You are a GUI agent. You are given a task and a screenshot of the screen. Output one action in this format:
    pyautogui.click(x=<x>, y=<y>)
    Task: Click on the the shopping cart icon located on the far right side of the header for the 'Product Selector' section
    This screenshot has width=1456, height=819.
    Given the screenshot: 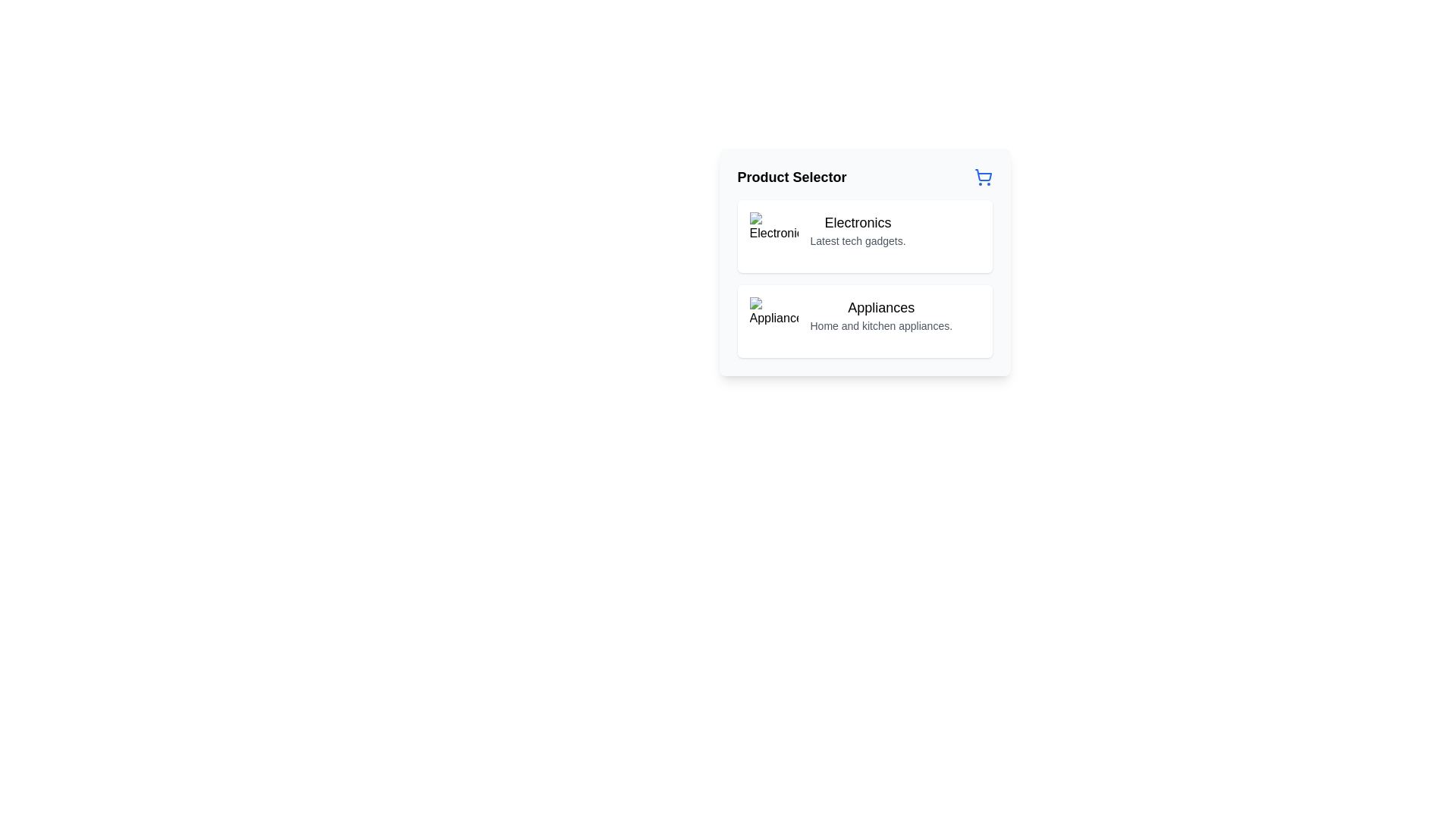 What is the action you would take?
    pyautogui.click(x=983, y=177)
    